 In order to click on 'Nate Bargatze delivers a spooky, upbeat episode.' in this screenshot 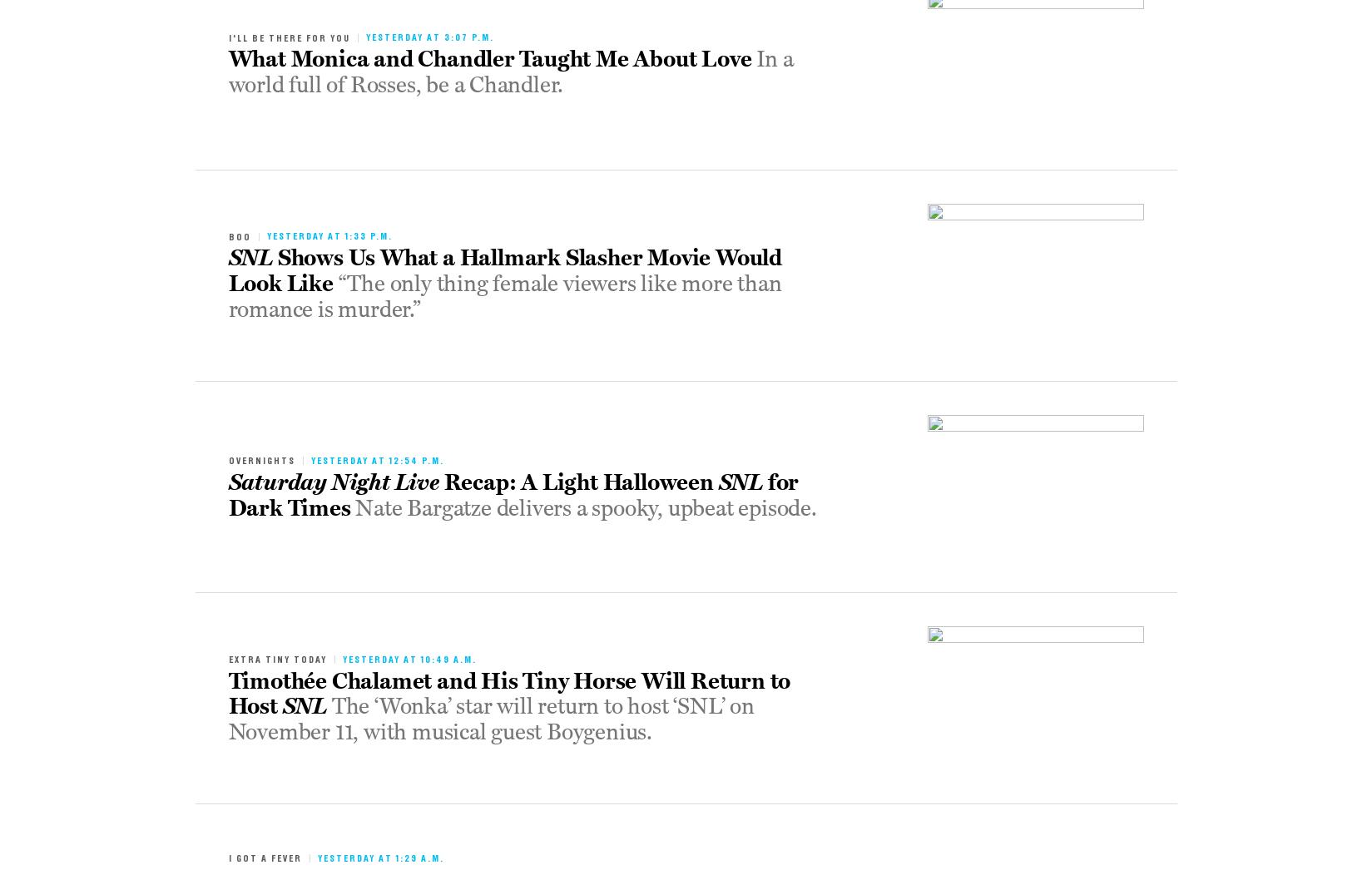, I will do `click(585, 507)`.